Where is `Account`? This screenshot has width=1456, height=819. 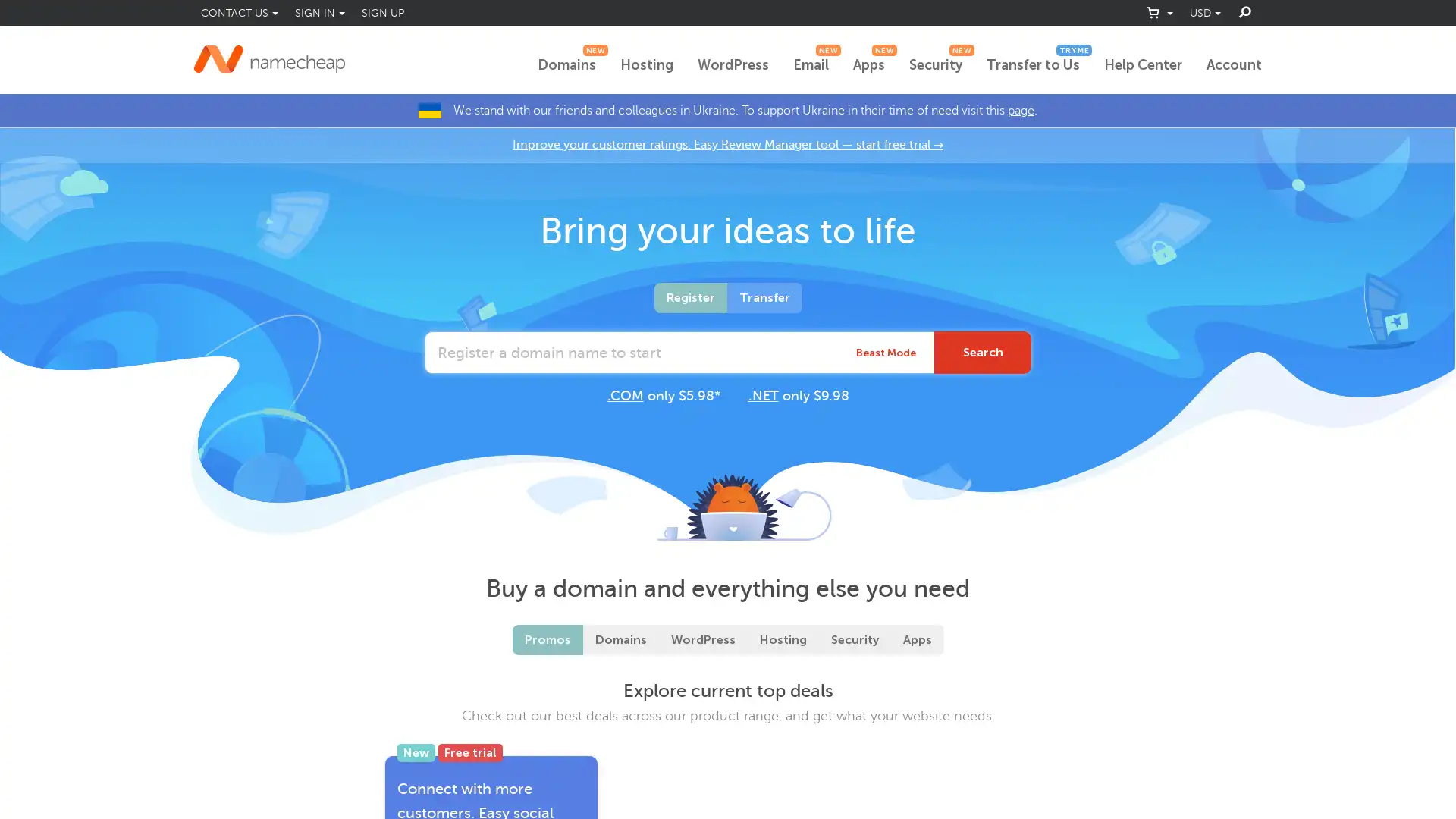 Account is located at coordinates (1234, 65).